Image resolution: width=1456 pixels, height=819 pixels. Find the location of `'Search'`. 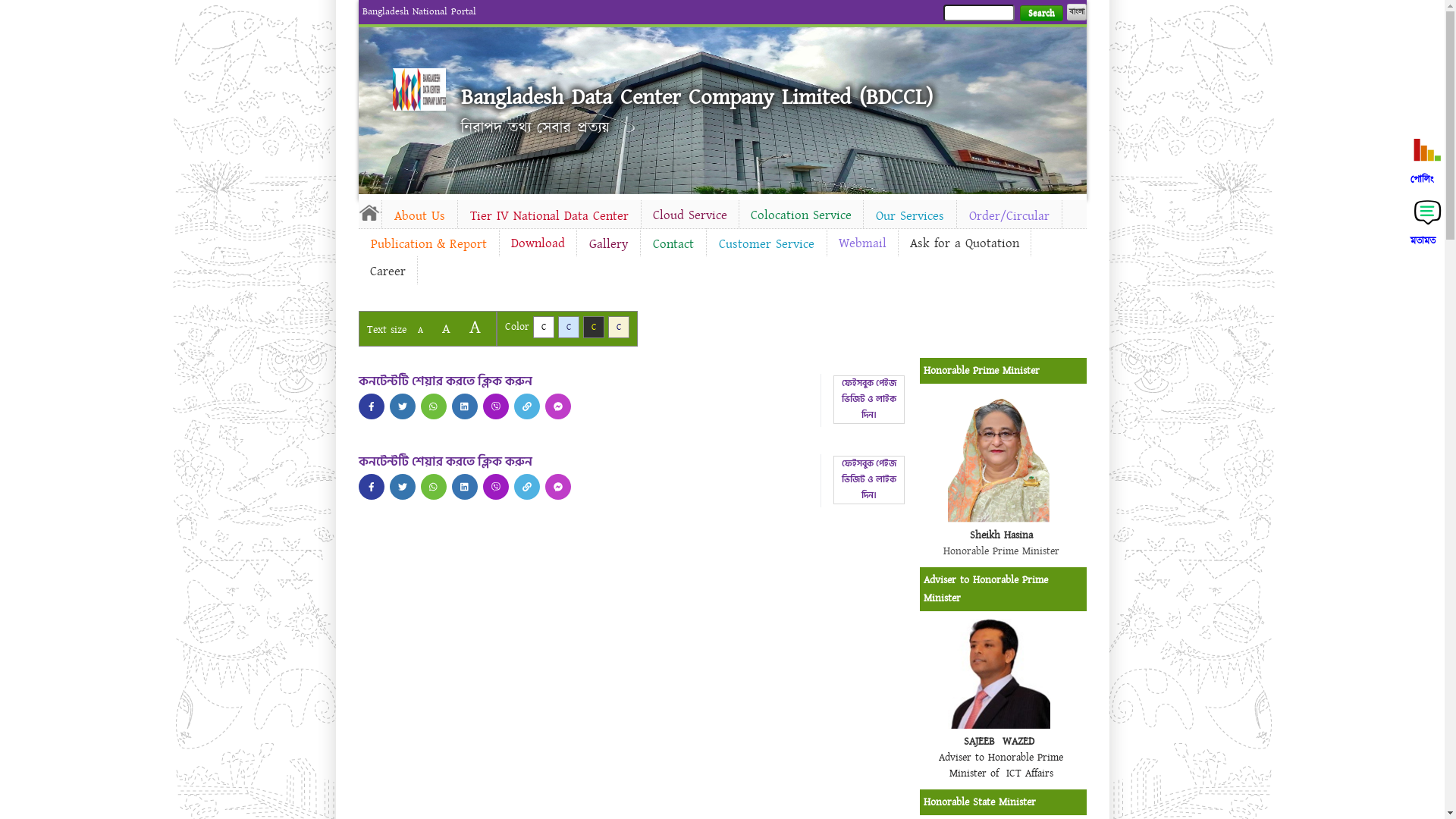

'Search' is located at coordinates (1040, 13).